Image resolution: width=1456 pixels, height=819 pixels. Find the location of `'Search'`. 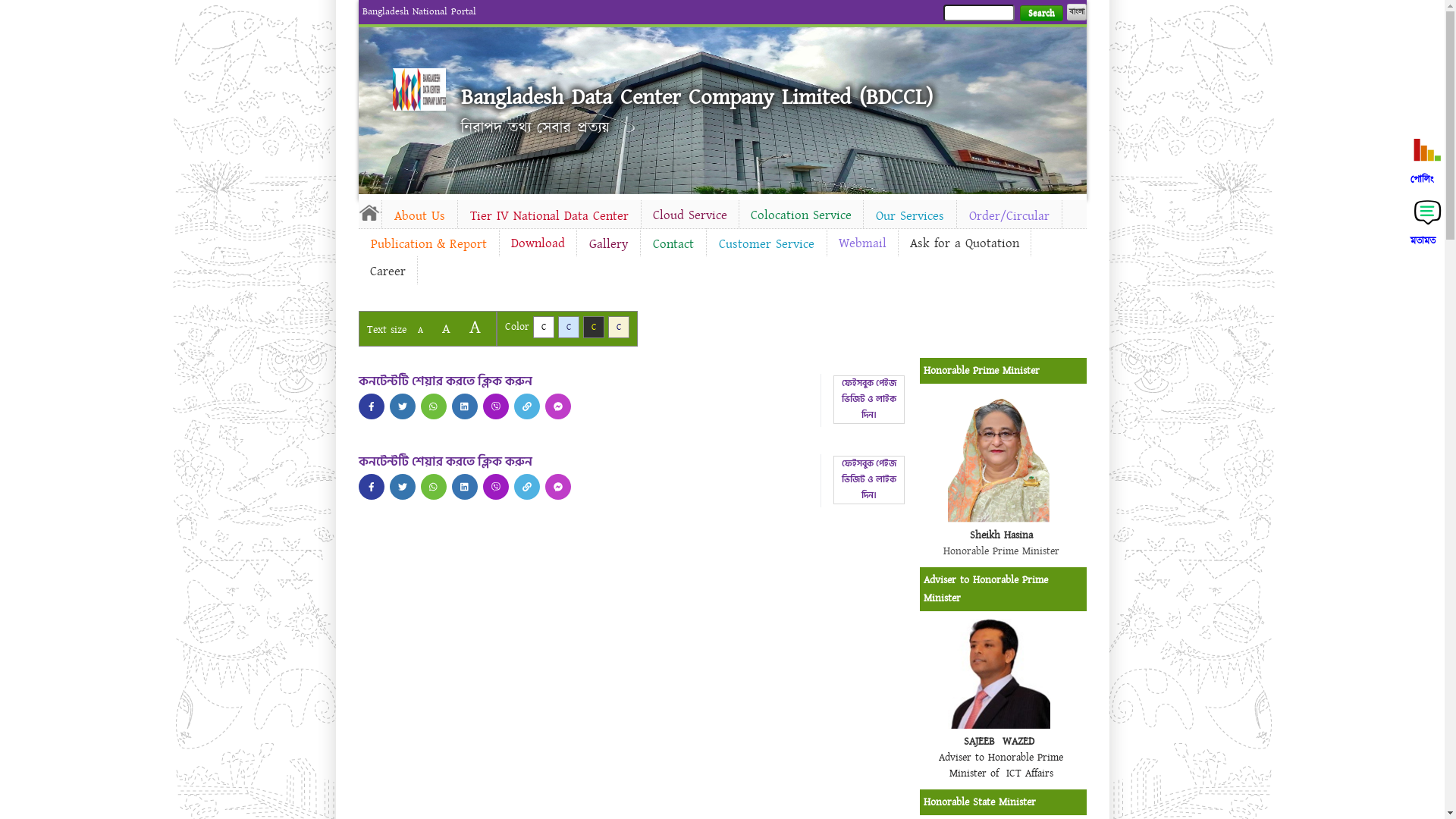

'Search' is located at coordinates (1040, 13).